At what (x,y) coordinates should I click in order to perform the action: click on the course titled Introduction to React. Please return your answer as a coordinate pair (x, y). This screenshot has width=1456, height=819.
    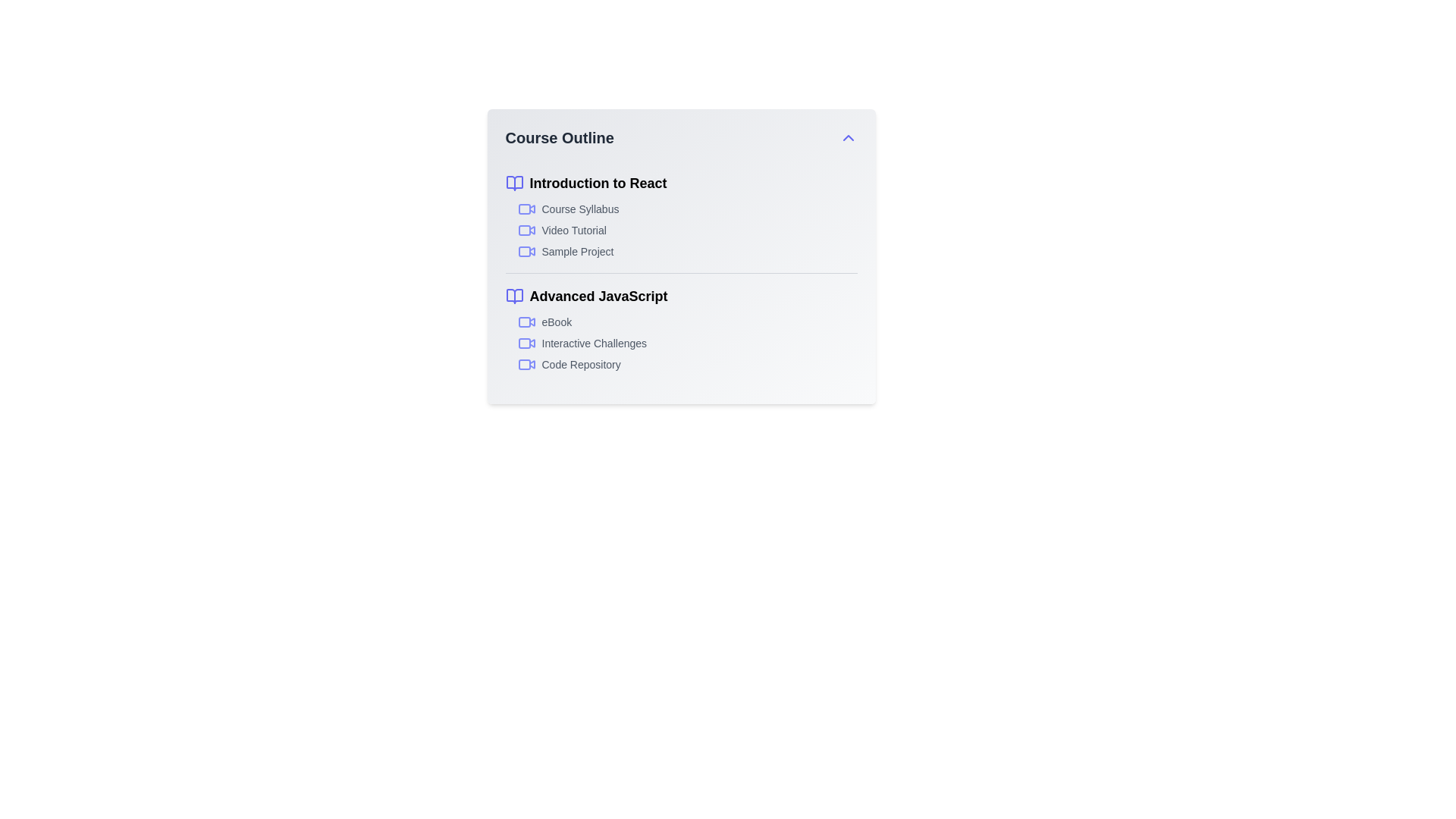
    Looking at the image, I should click on (680, 183).